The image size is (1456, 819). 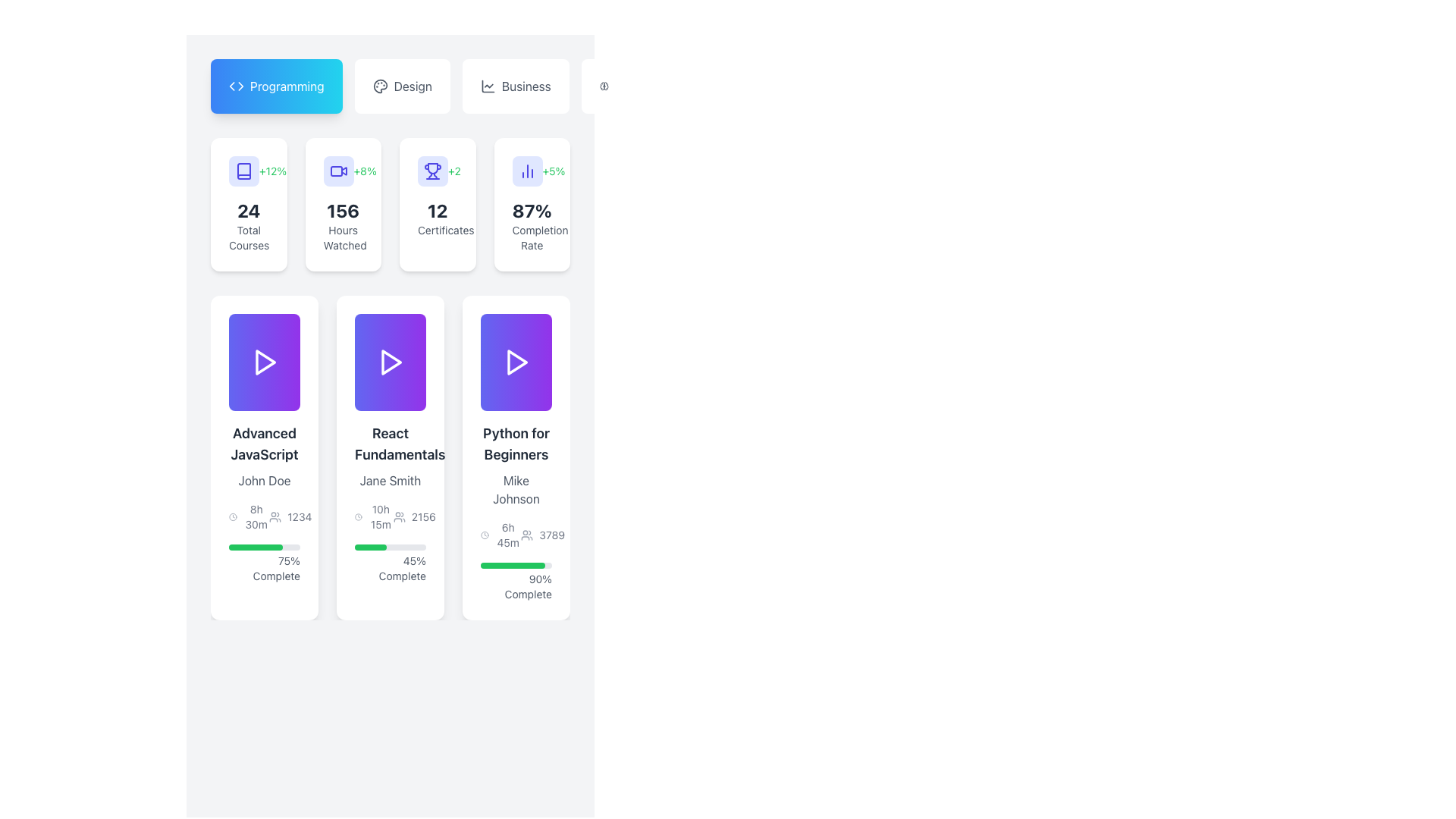 I want to click on the leftmost icon in the navigation group that symbolizes 'courses' or 'library', so click(x=243, y=171).